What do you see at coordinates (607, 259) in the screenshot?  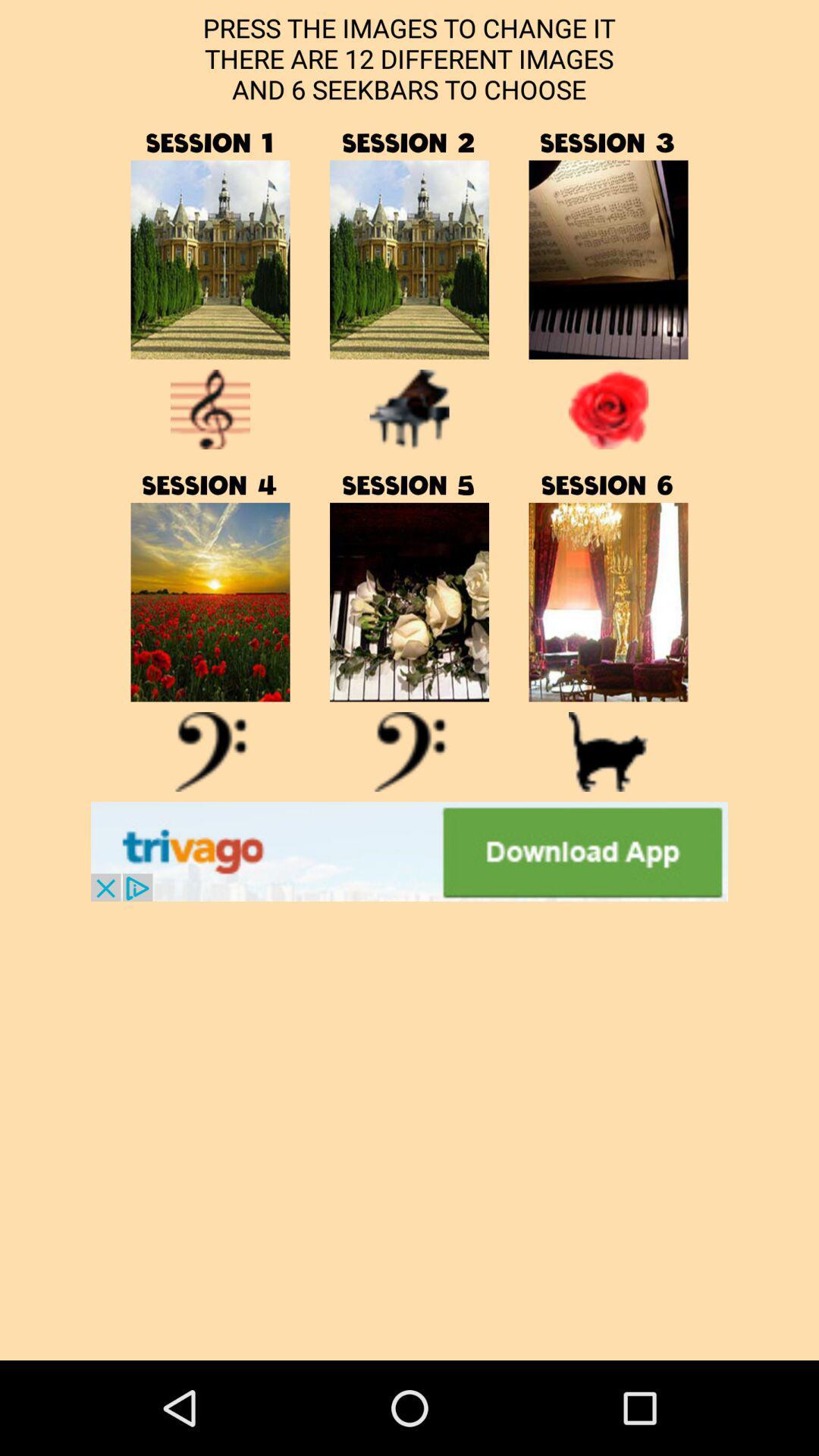 I see `session 3` at bounding box center [607, 259].